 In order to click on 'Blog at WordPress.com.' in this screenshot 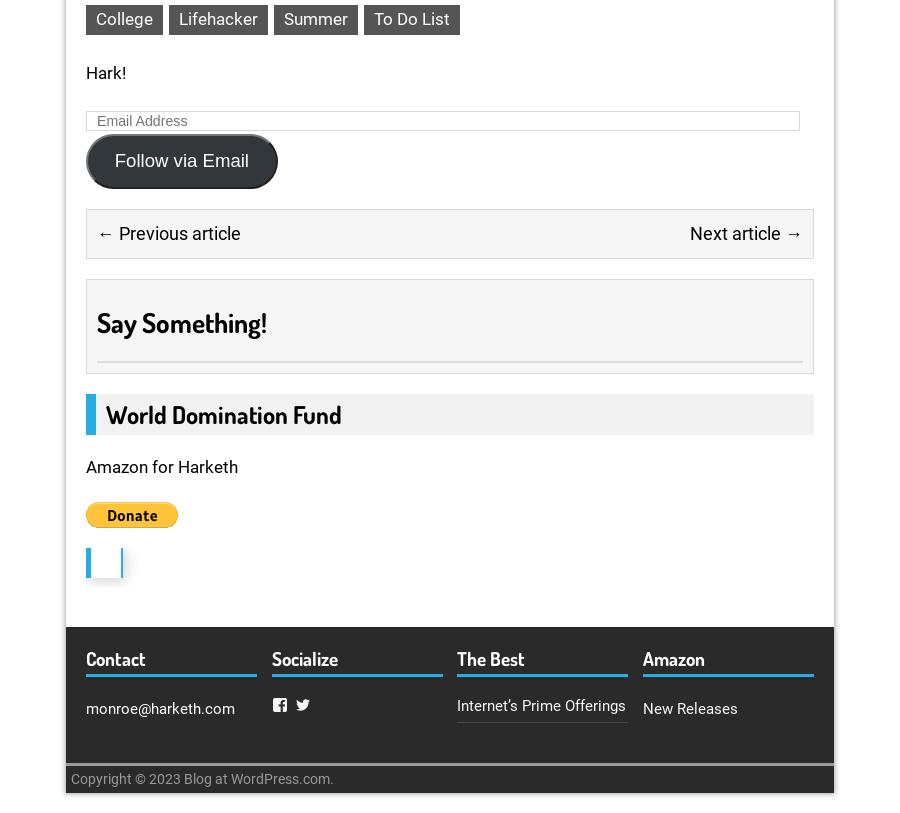, I will do `click(183, 779)`.